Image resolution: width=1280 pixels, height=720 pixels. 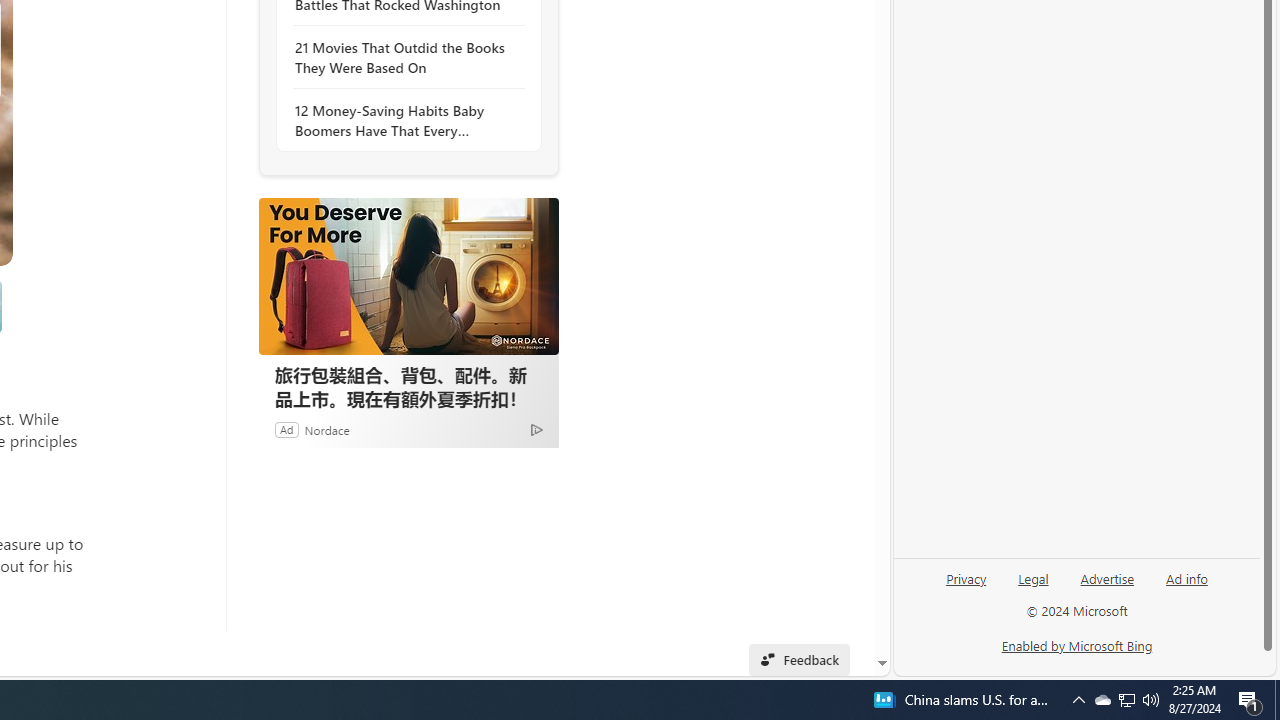 What do you see at coordinates (402, 56) in the screenshot?
I see `'21 Movies That Outdid the Books They Were Based On'` at bounding box center [402, 56].